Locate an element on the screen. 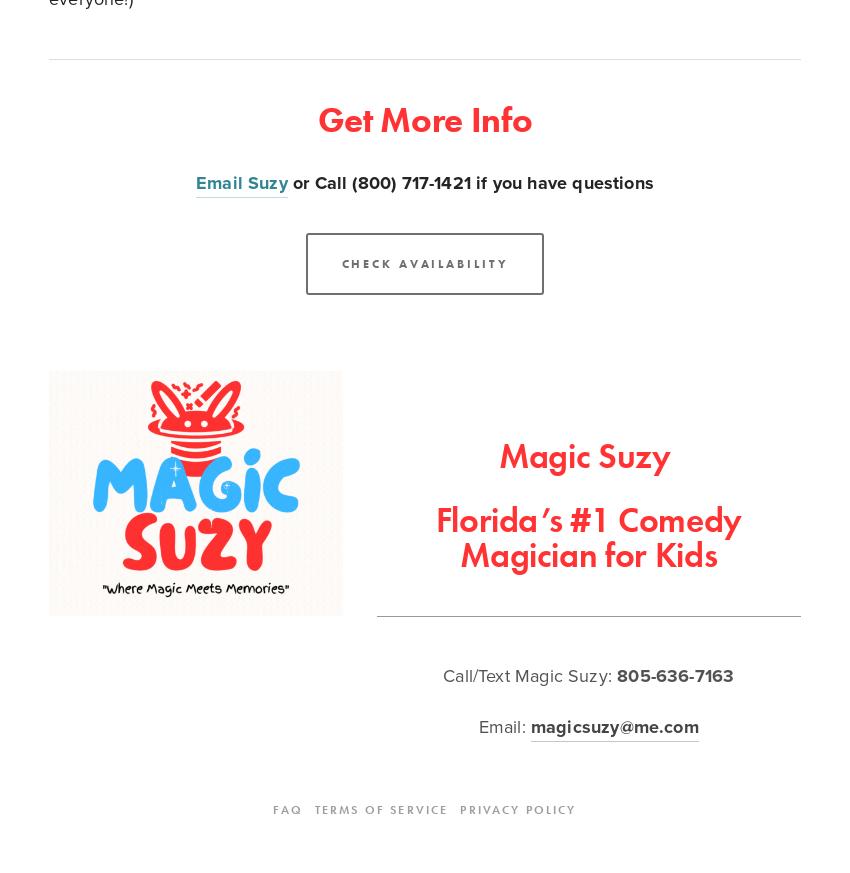 The image size is (850, 873). 'Email Suzy' is located at coordinates (241, 181).